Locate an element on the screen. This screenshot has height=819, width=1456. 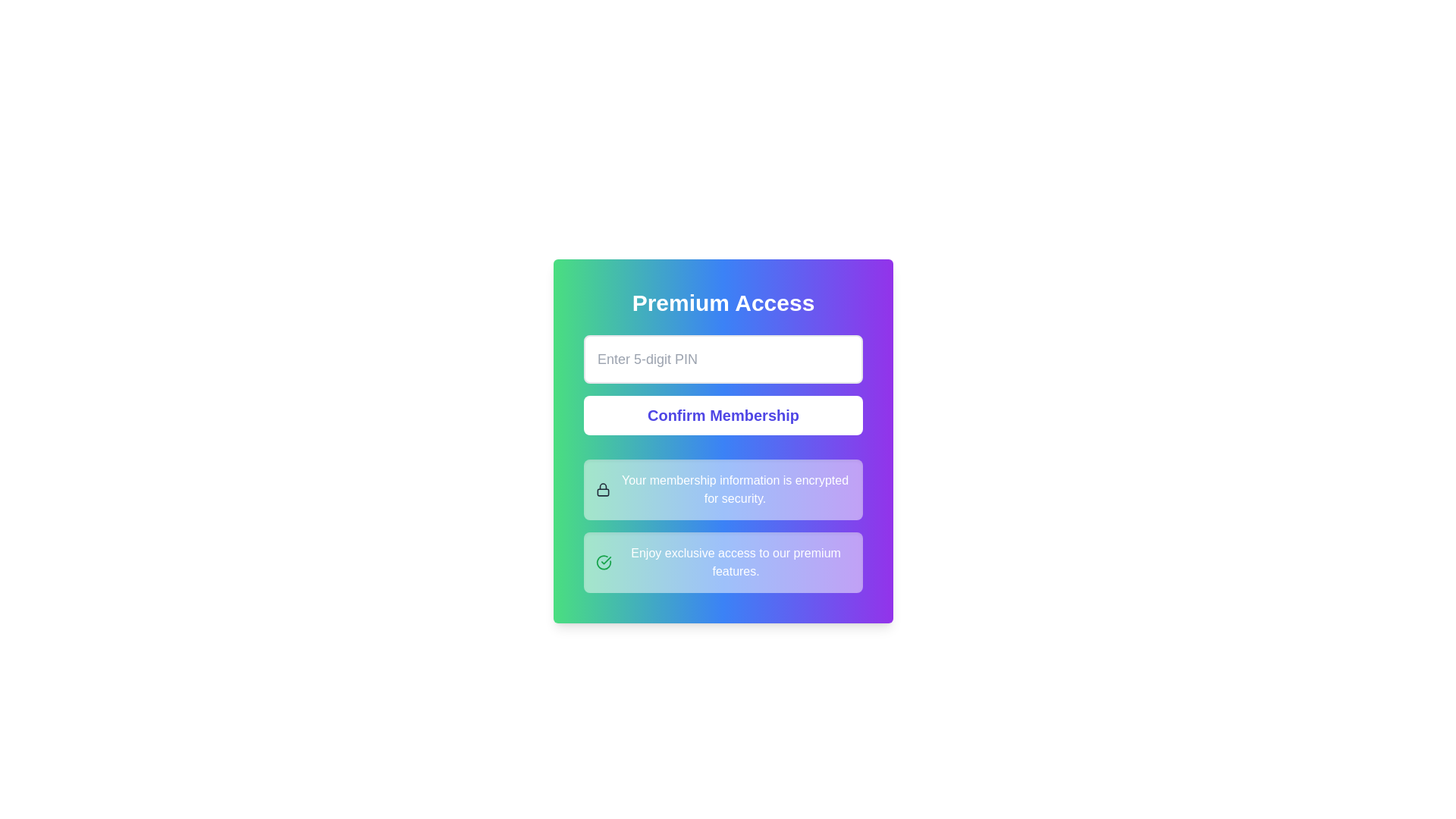
the 'Premium Access' heading which displays bold white text against a vibrant gradient background, located at the top of a card-like layout is located at coordinates (723, 303).